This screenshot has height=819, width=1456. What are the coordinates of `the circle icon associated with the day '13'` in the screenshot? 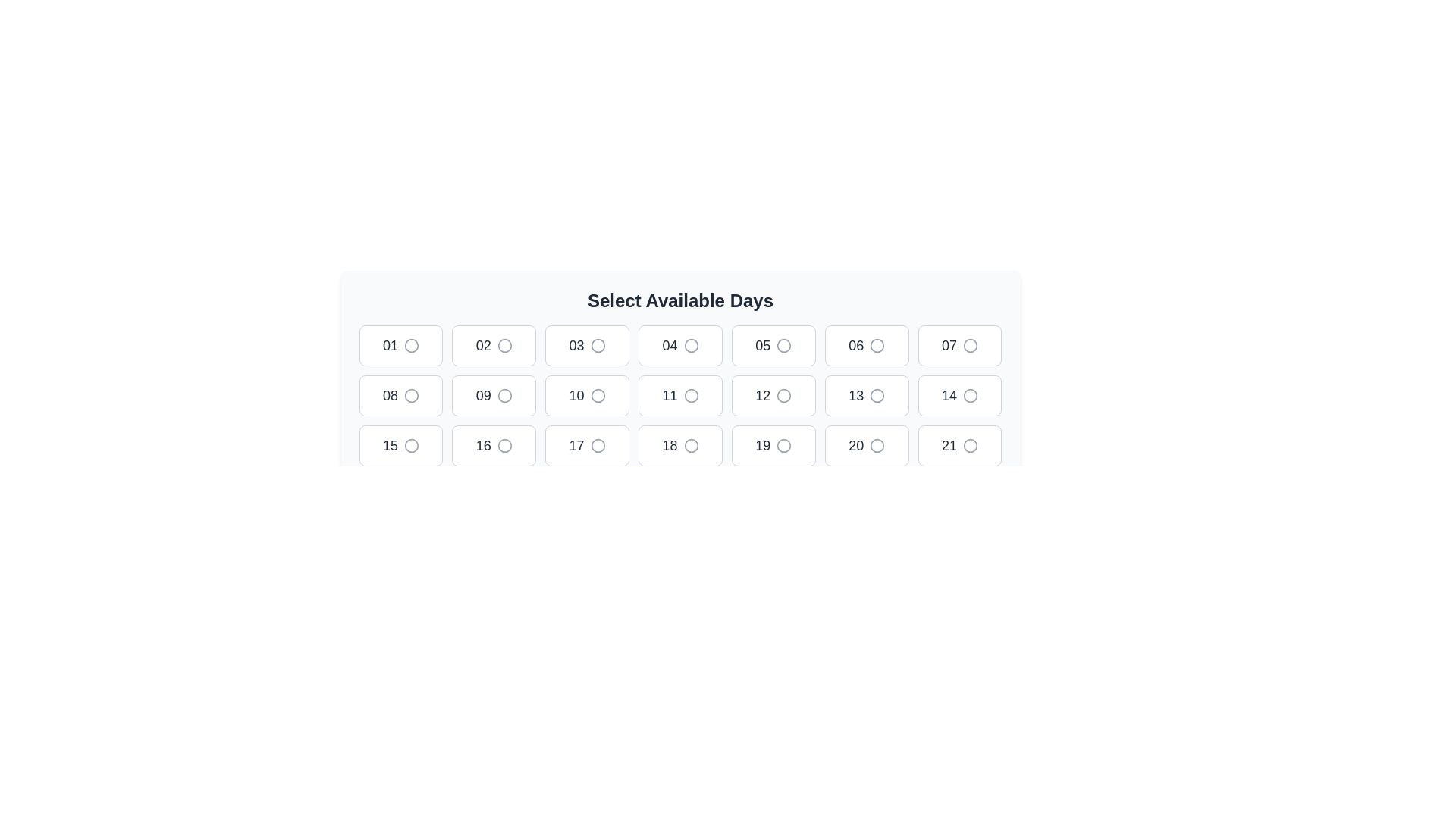 It's located at (877, 394).